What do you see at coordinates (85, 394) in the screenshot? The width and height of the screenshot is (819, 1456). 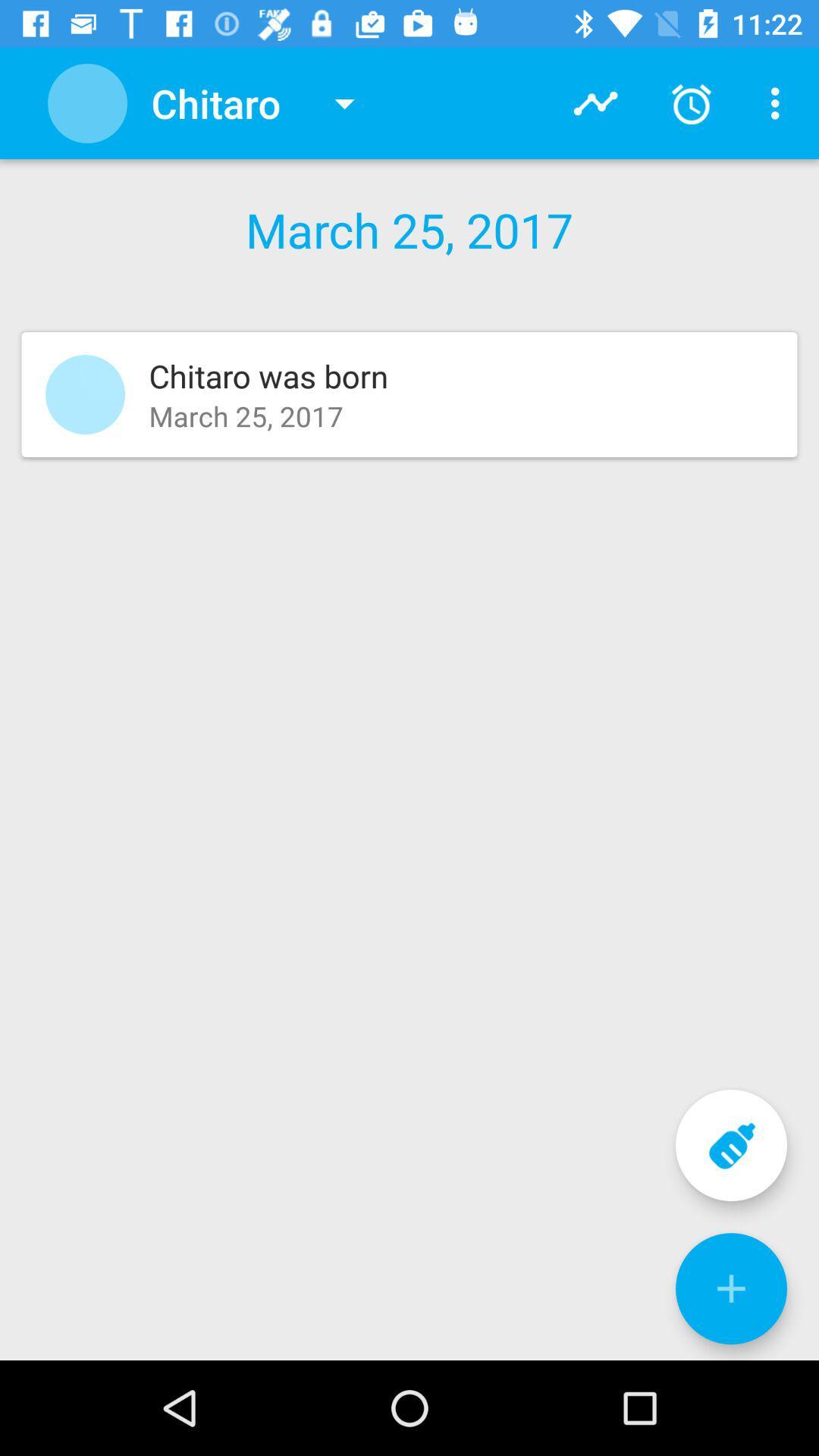 I see `left of chitaro was born` at bounding box center [85, 394].